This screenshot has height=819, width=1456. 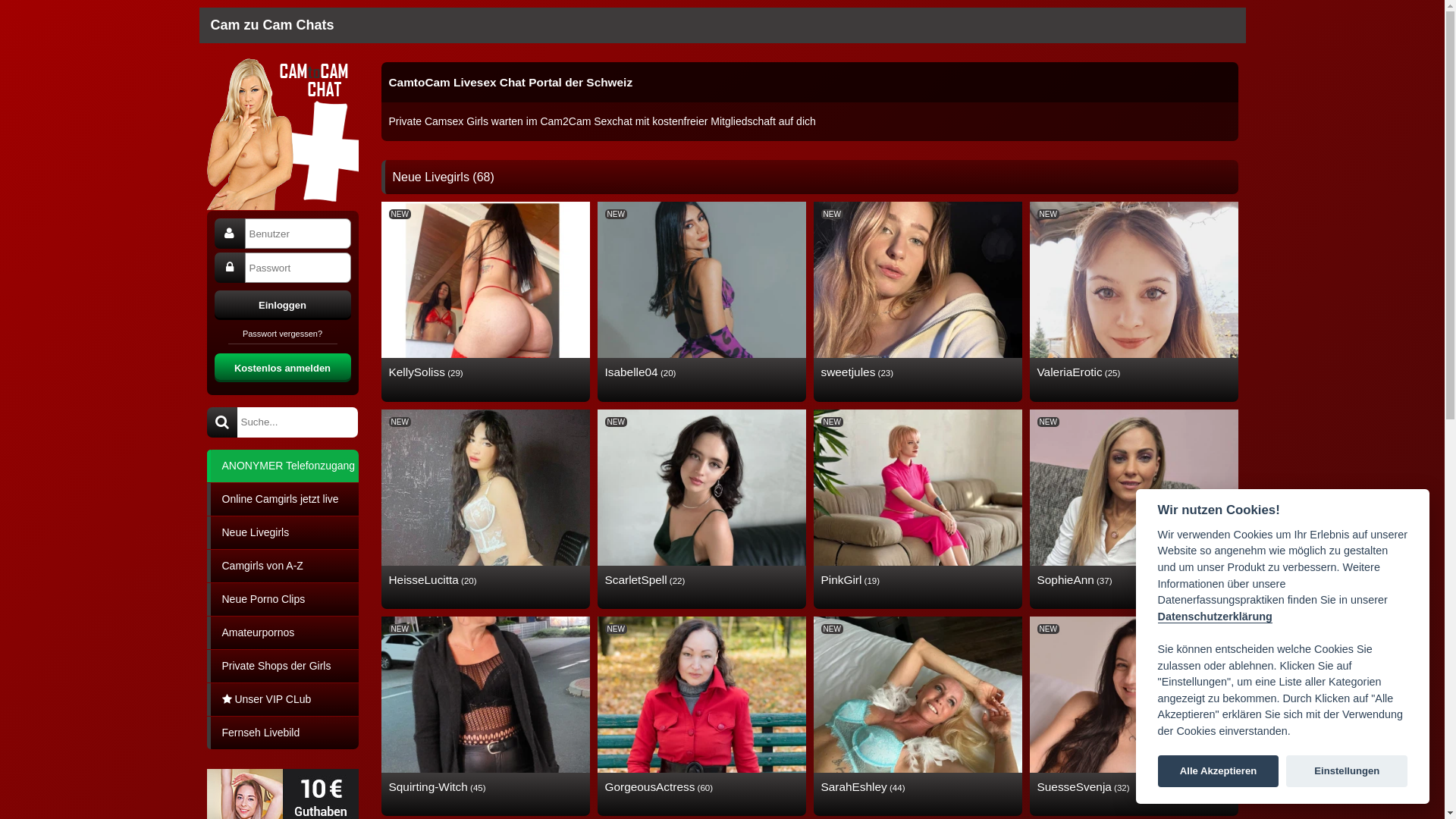 What do you see at coordinates (206, 531) in the screenshot?
I see `'Neue Livegirls'` at bounding box center [206, 531].